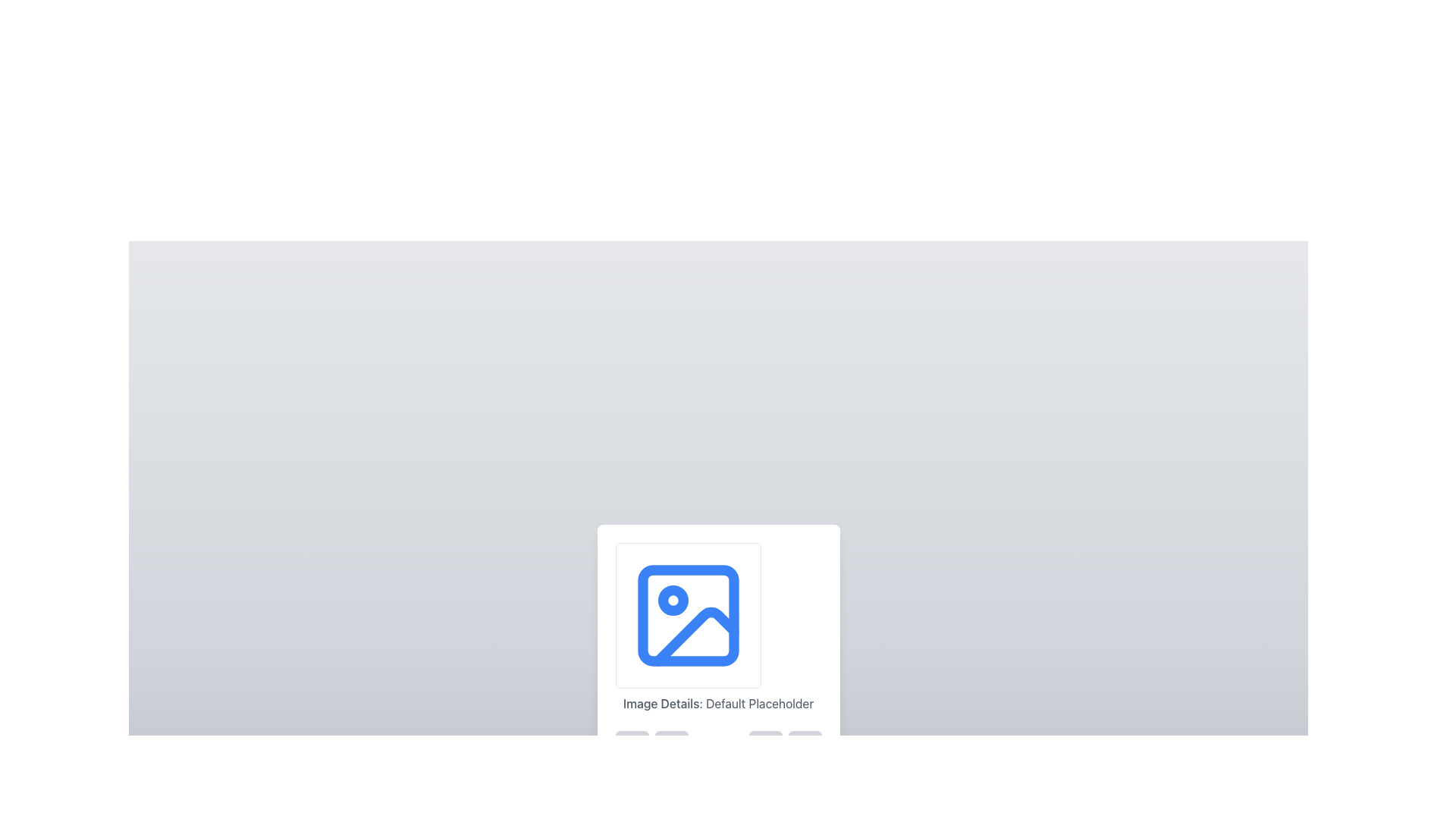  I want to click on the leftmost button within the group of two buttons styled with gray backgrounds and rounded corners, located below the 'Image Details: Default Placeholder', so click(651, 744).